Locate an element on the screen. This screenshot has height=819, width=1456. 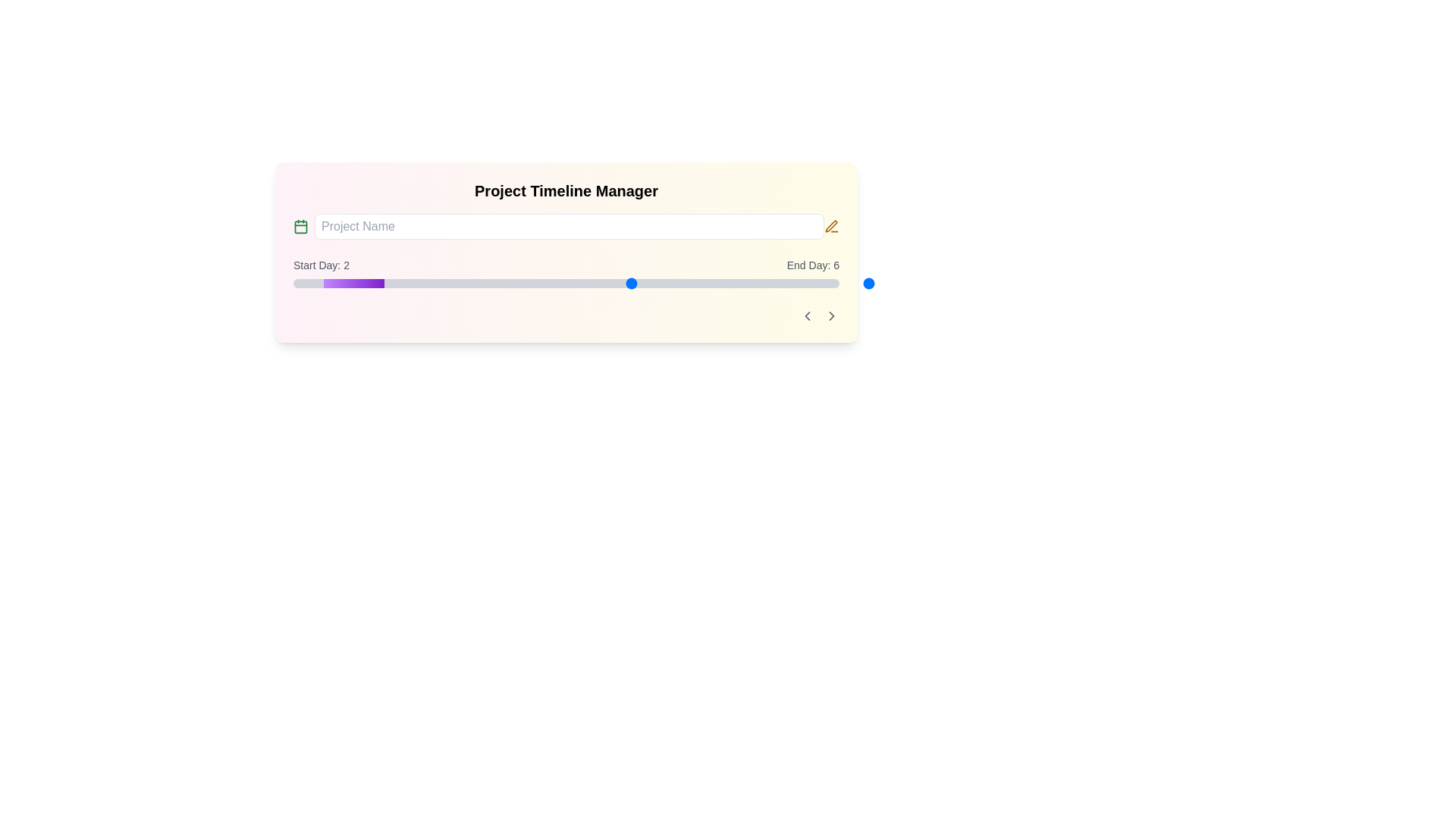
the right-facing Chevron icon located at the far right edge of the timeline interface is located at coordinates (831, 315).